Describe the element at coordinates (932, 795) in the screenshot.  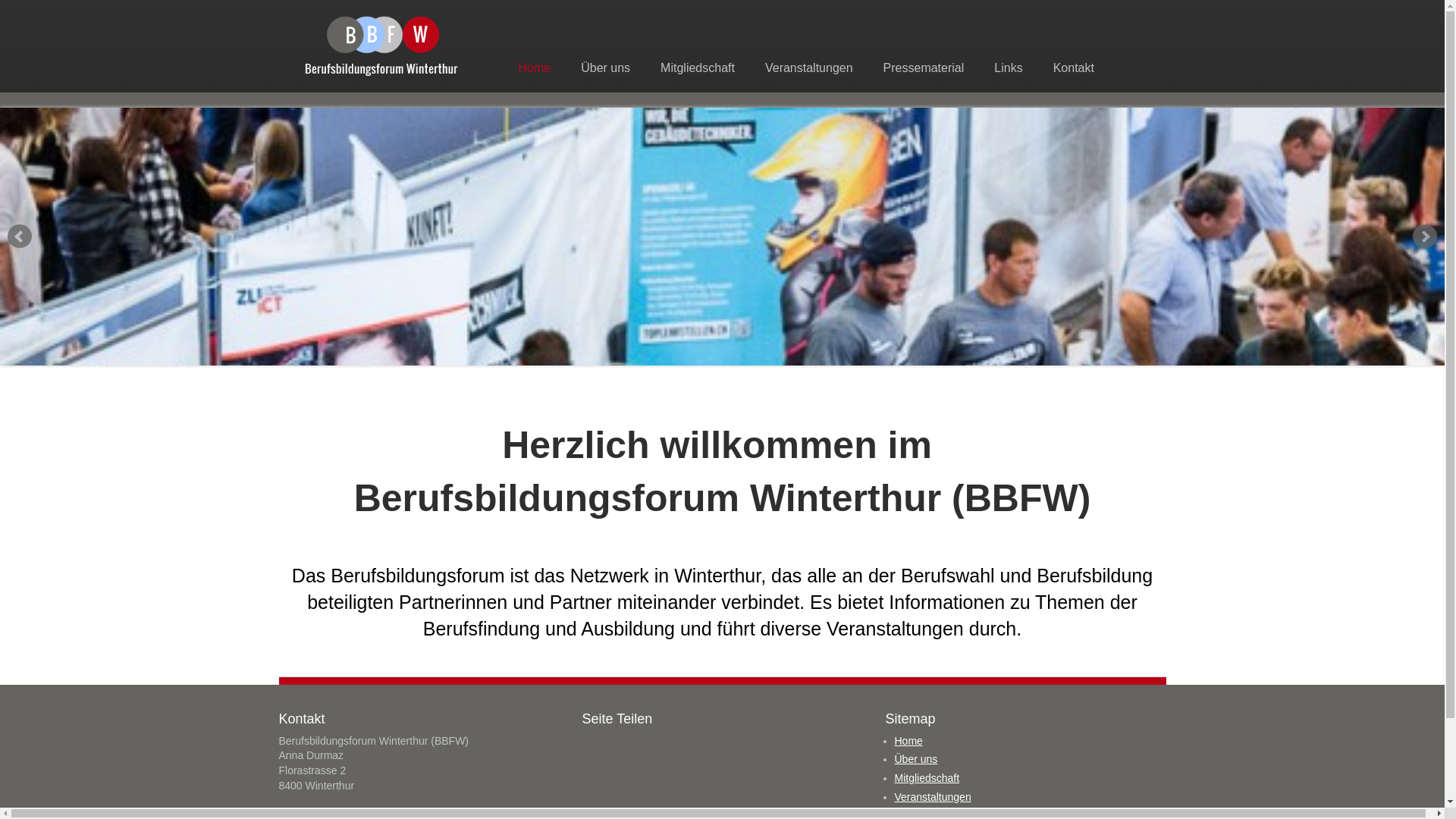
I see `'Veranstaltungen'` at that location.